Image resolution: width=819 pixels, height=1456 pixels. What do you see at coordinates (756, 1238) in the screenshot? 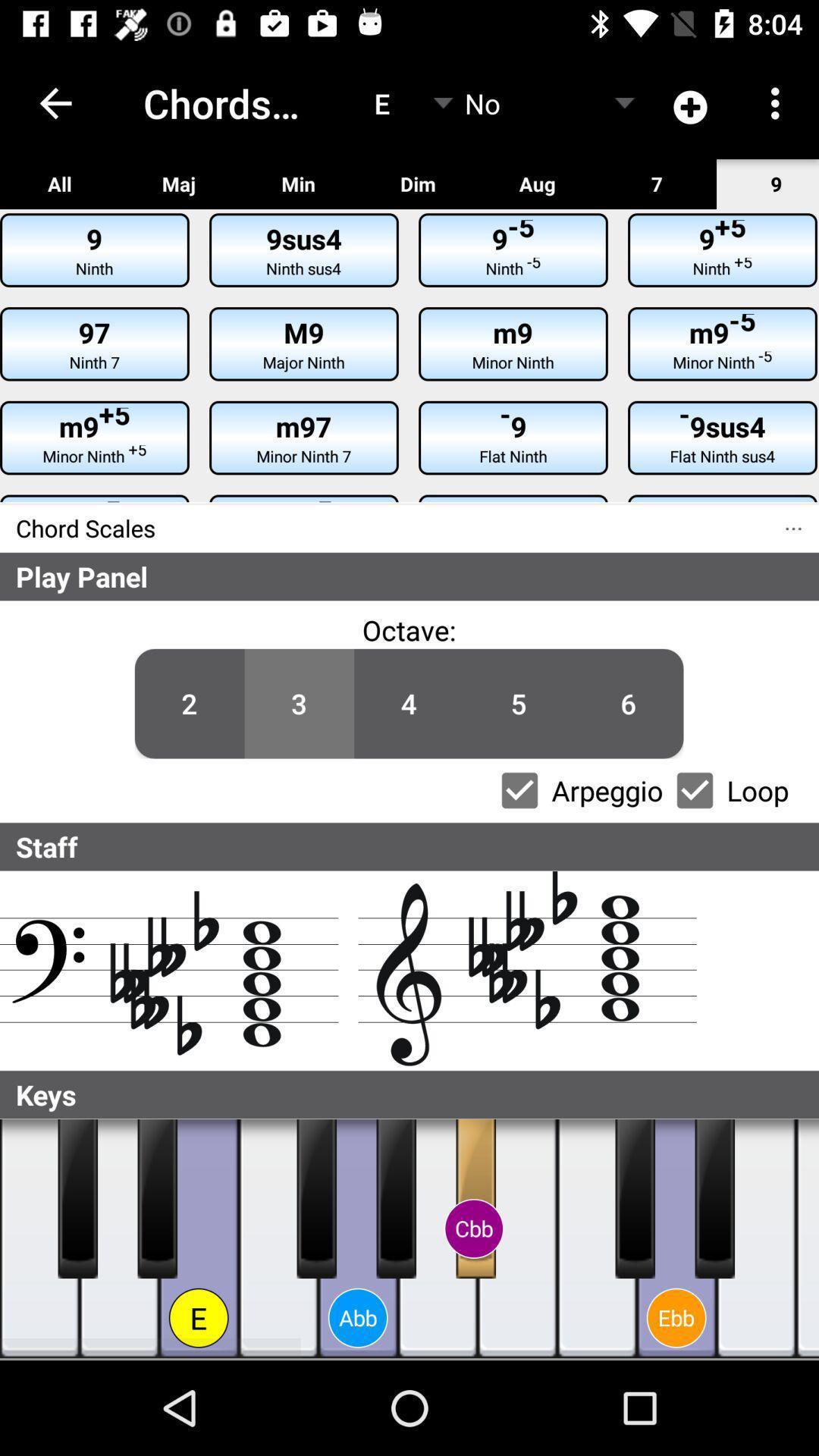
I see `selected note` at bounding box center [756, 1238].